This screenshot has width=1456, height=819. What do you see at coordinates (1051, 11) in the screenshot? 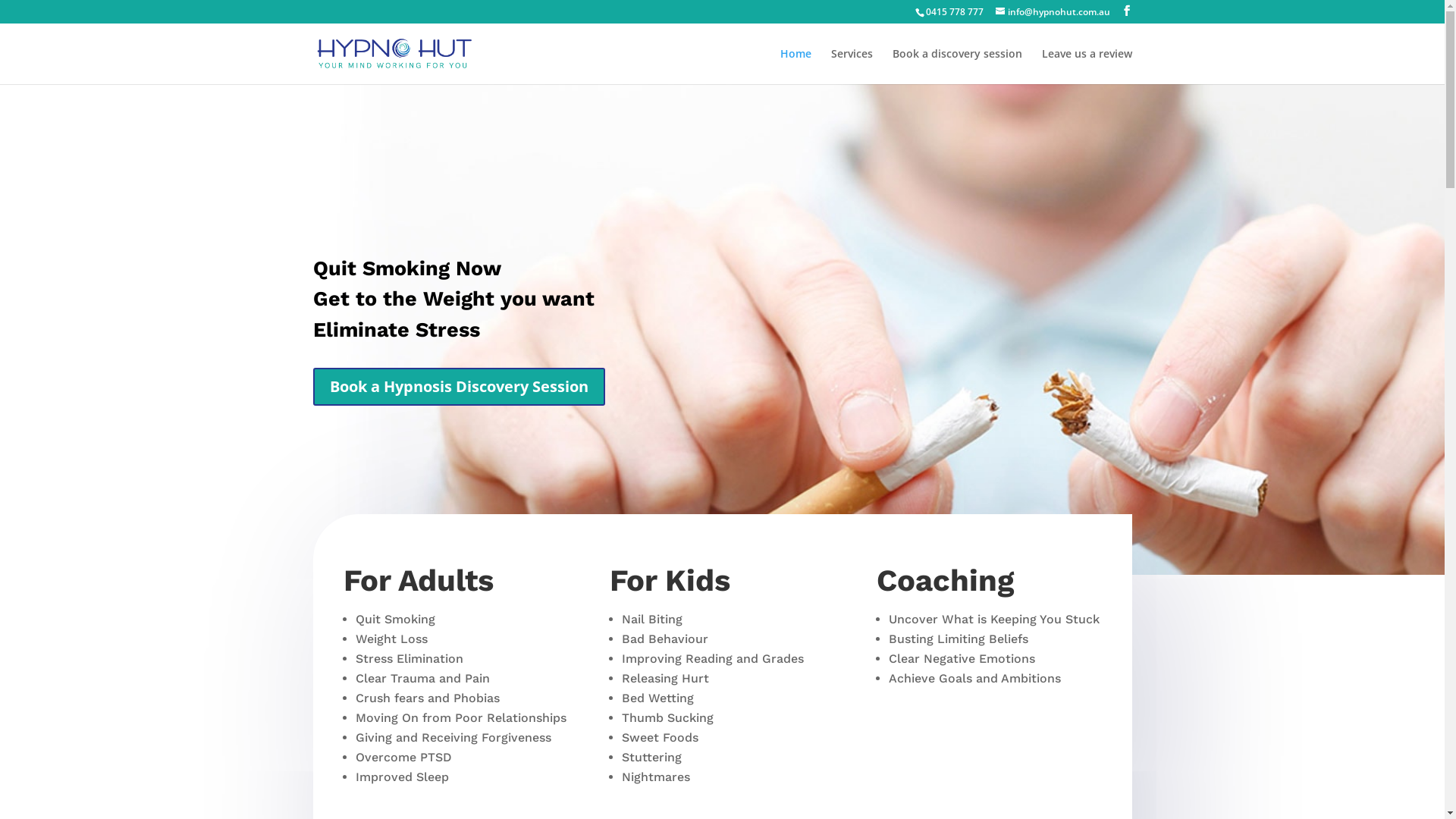
I see `'info@hypnohut.com.au'` at bounding box center [1051, 11].